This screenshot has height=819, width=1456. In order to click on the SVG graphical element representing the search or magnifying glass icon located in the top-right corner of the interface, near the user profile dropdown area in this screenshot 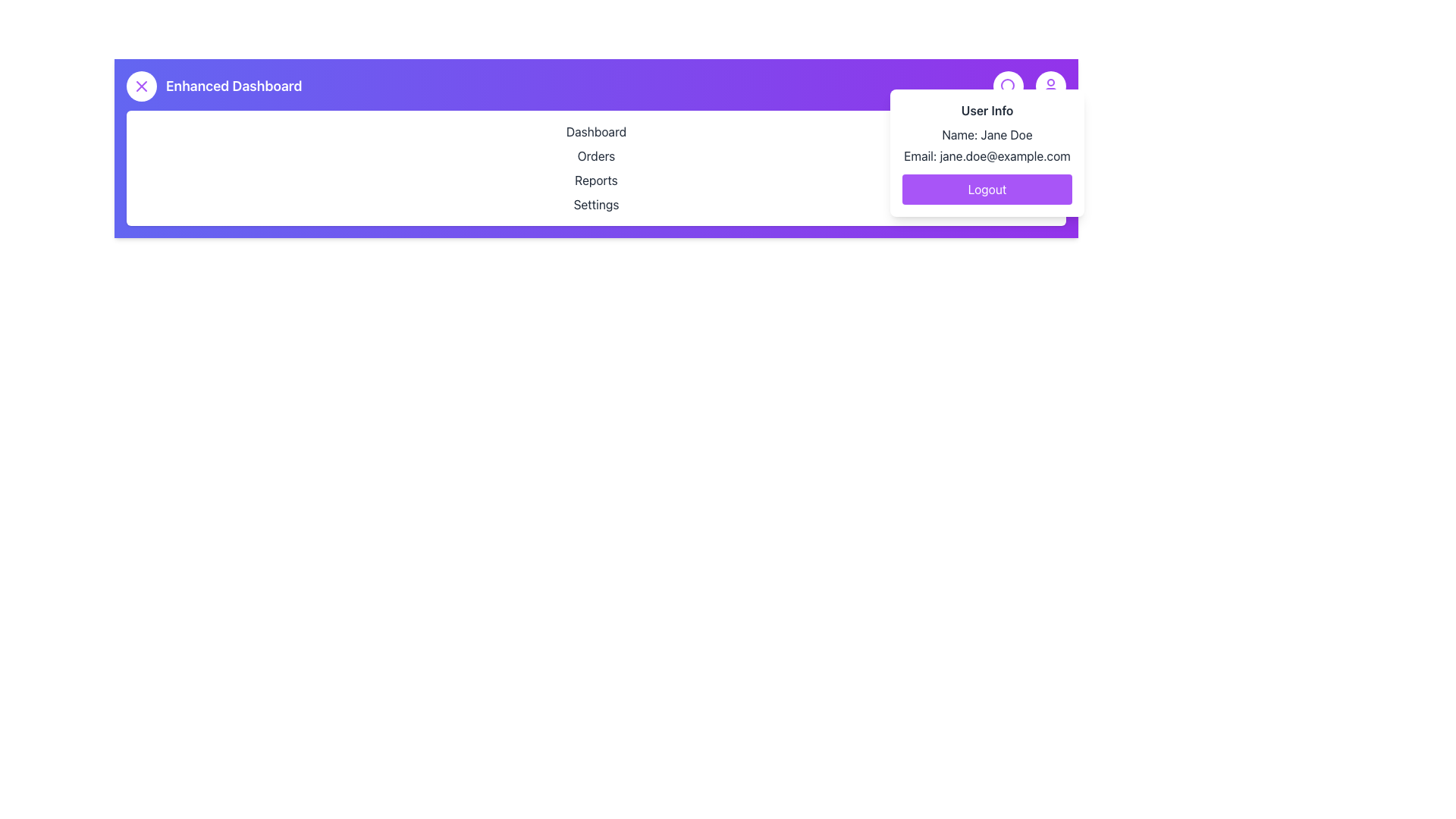, I will do `click(1008, 85)`.